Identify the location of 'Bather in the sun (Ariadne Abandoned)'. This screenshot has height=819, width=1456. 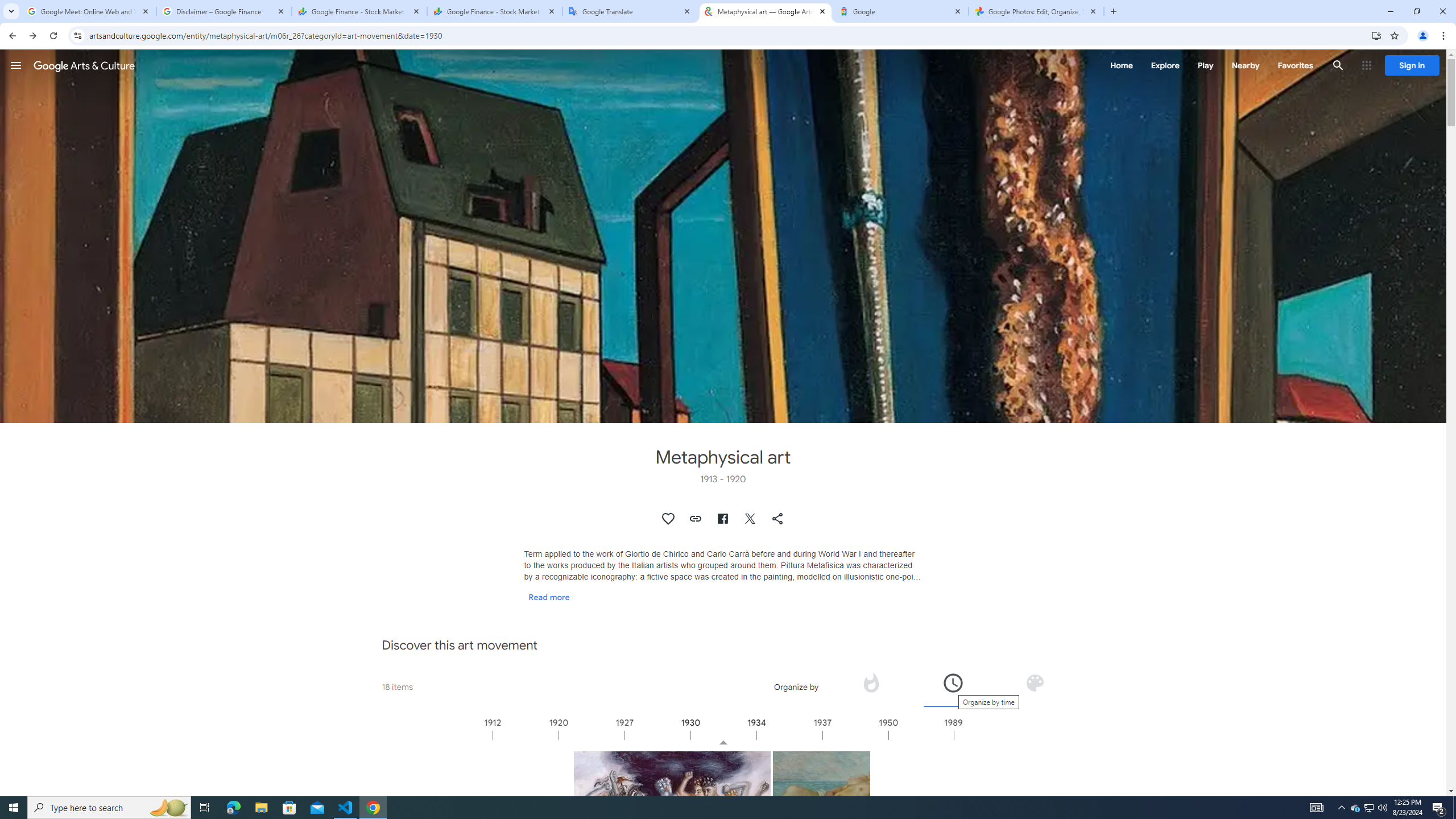
(821, 799).